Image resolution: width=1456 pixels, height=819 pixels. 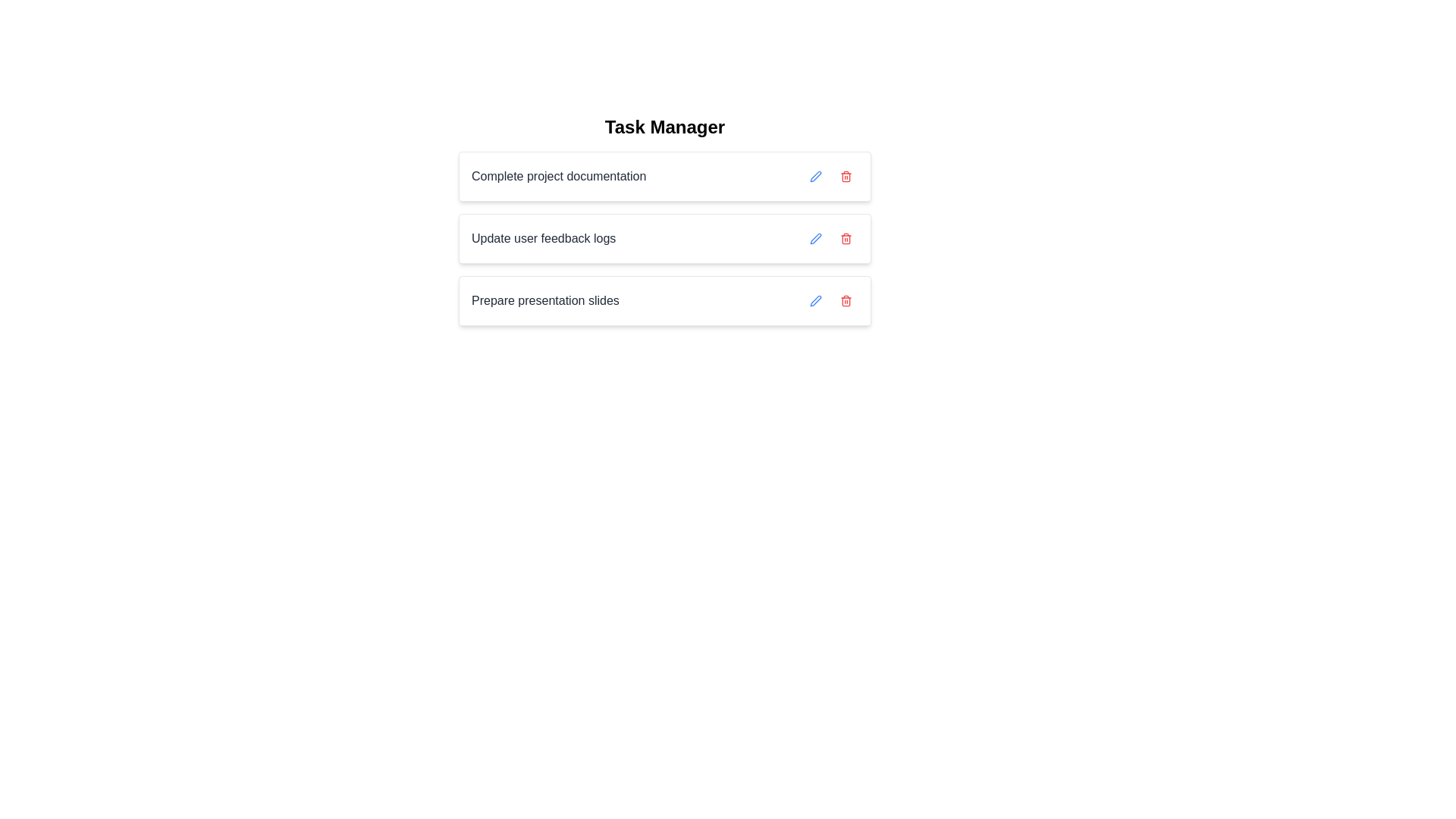 What do you see at coordinates (846, 239) in the screenshot?
I see `the Trash Bin icon` at bounding box center [846, 239].